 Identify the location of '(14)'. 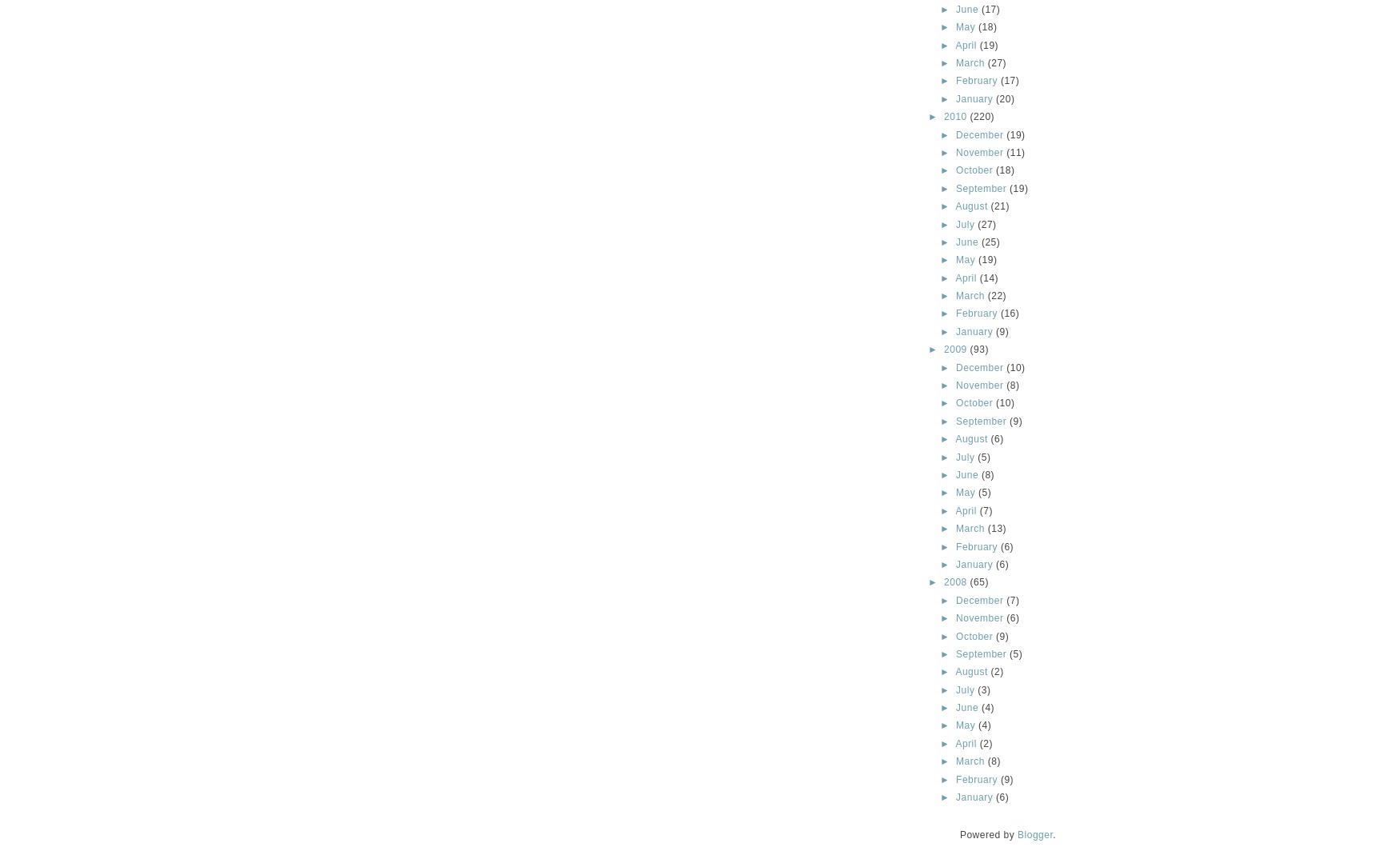
(989, 278).